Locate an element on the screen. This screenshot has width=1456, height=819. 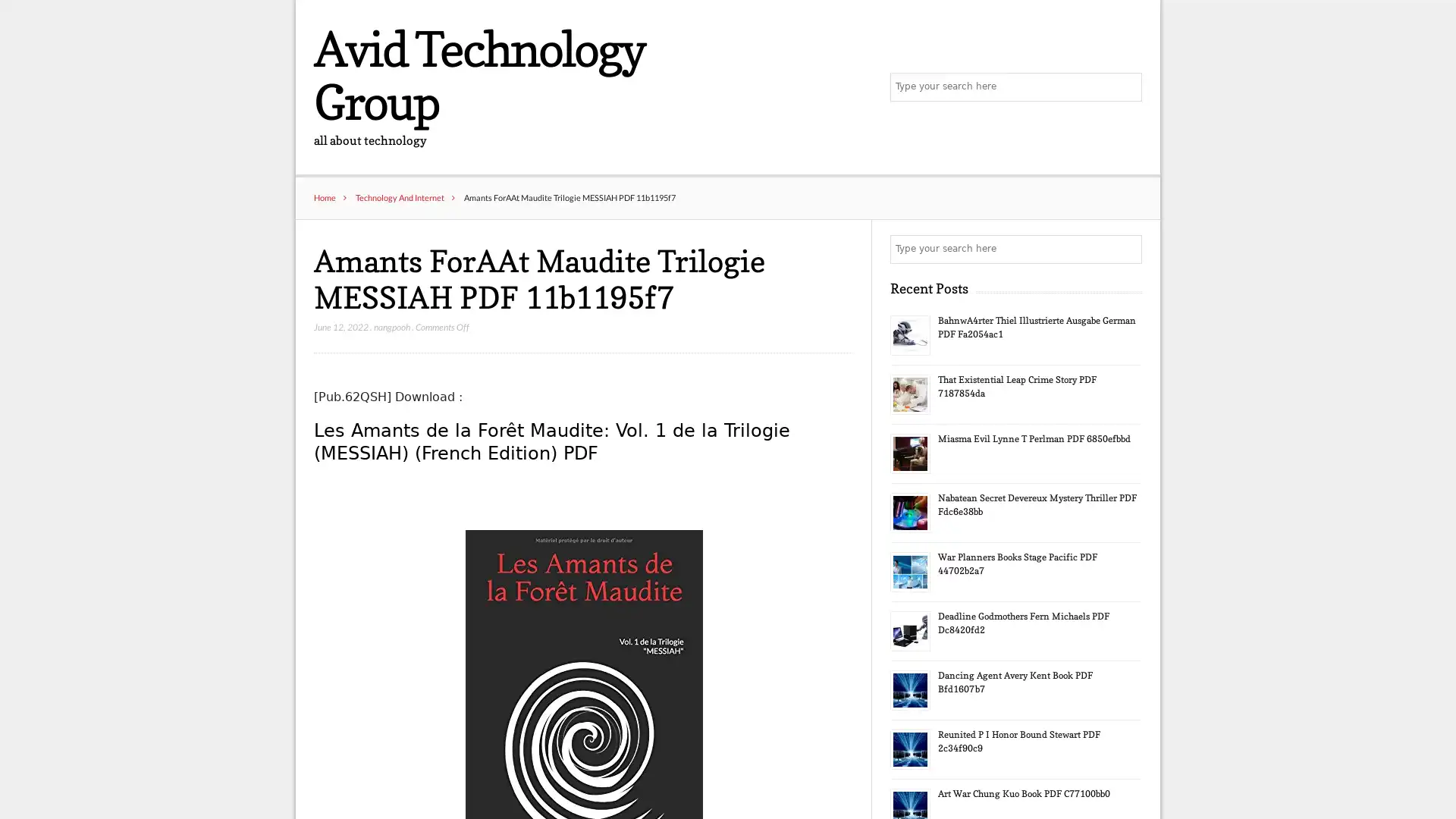
Search is located at coordinates (1126, 249).